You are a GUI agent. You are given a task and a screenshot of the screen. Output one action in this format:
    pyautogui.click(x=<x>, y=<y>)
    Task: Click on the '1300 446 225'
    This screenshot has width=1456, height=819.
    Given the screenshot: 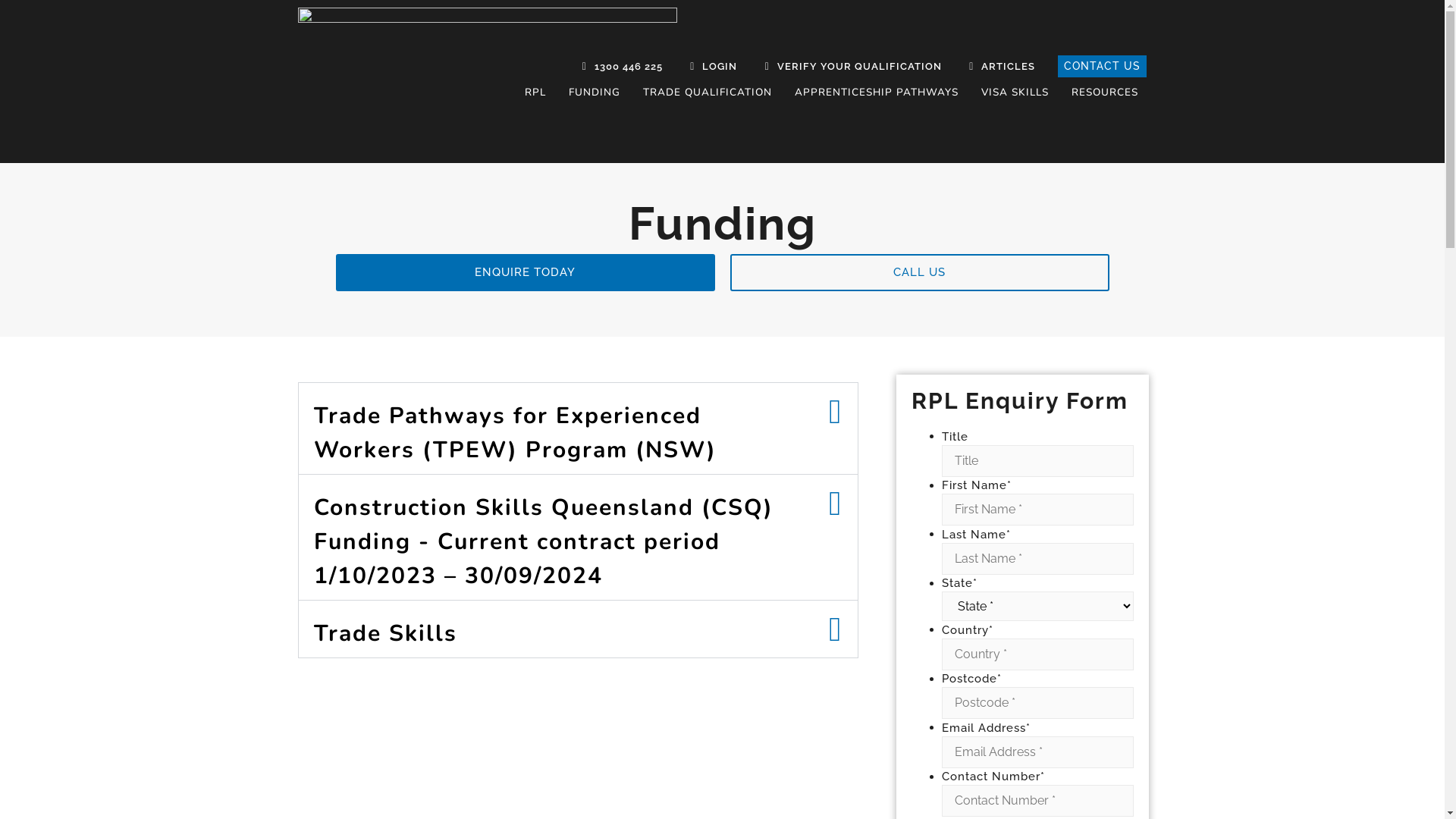 What is the action you would take?
    pyautogui.click(x=572, y=66)
    